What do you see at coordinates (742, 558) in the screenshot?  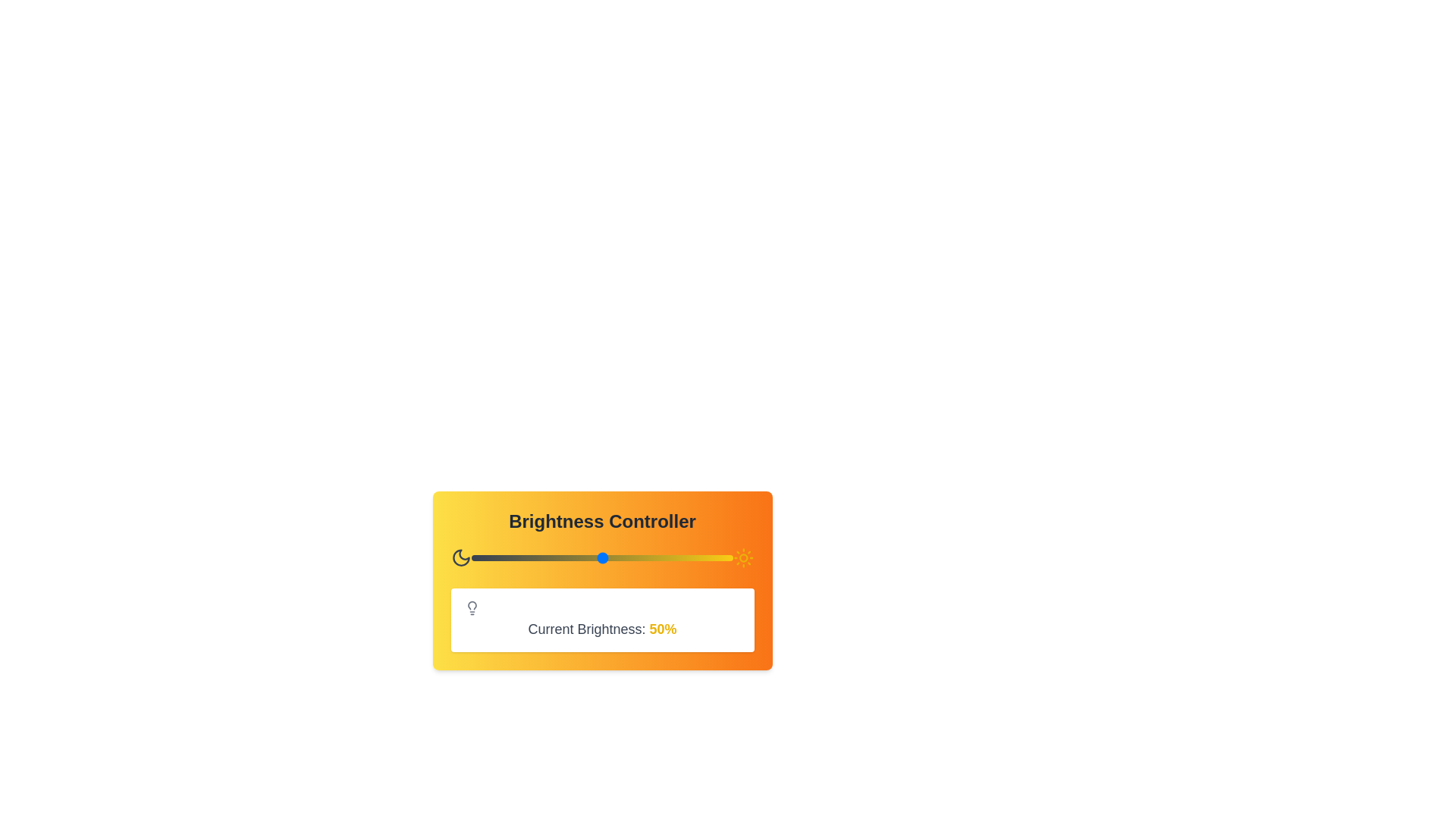 I see `the sun icon to display its tooltip or effect` at bounding box center [742, 558].